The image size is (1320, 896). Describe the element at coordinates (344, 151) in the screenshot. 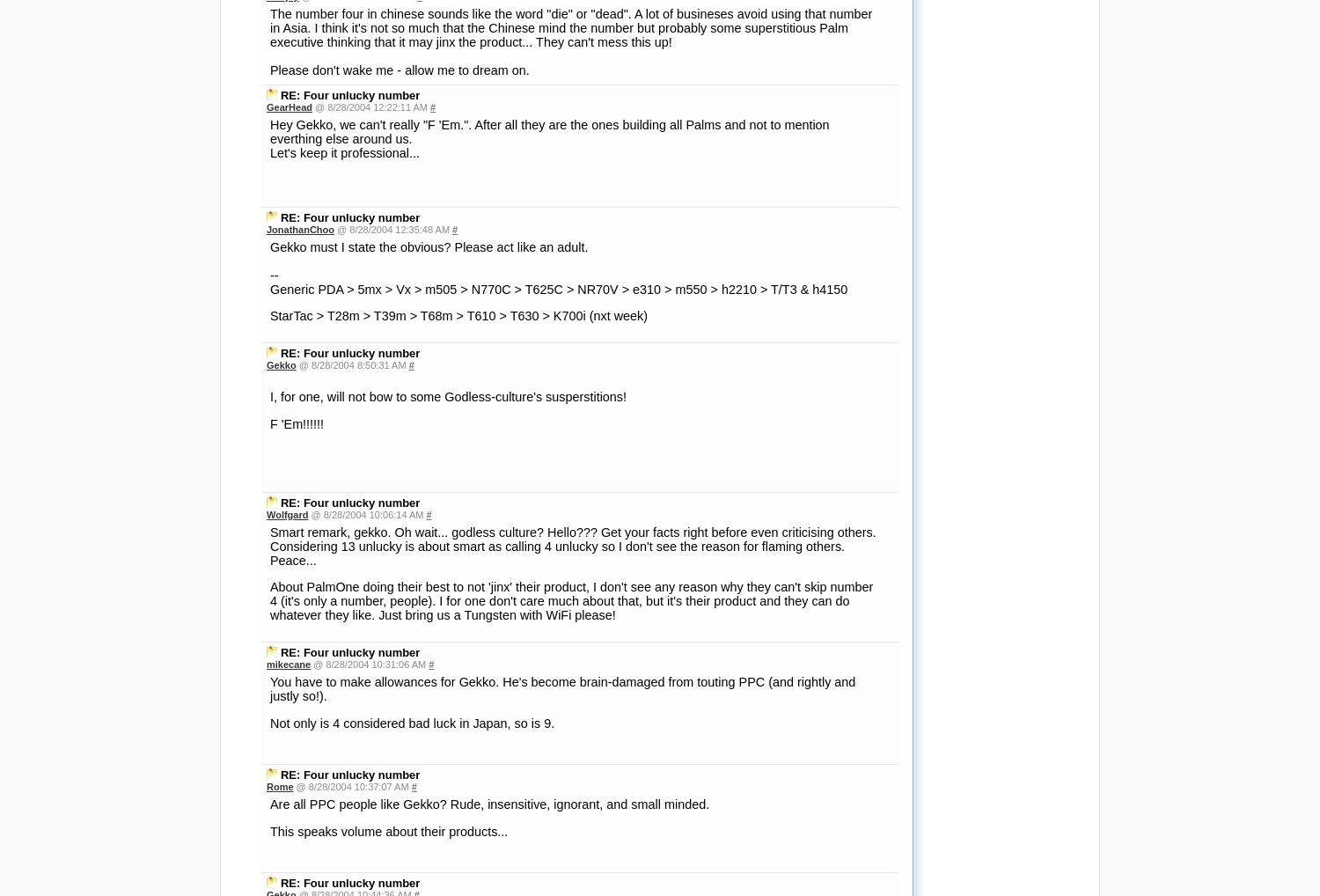

I see `'Let's keep it professional...'` at that location.